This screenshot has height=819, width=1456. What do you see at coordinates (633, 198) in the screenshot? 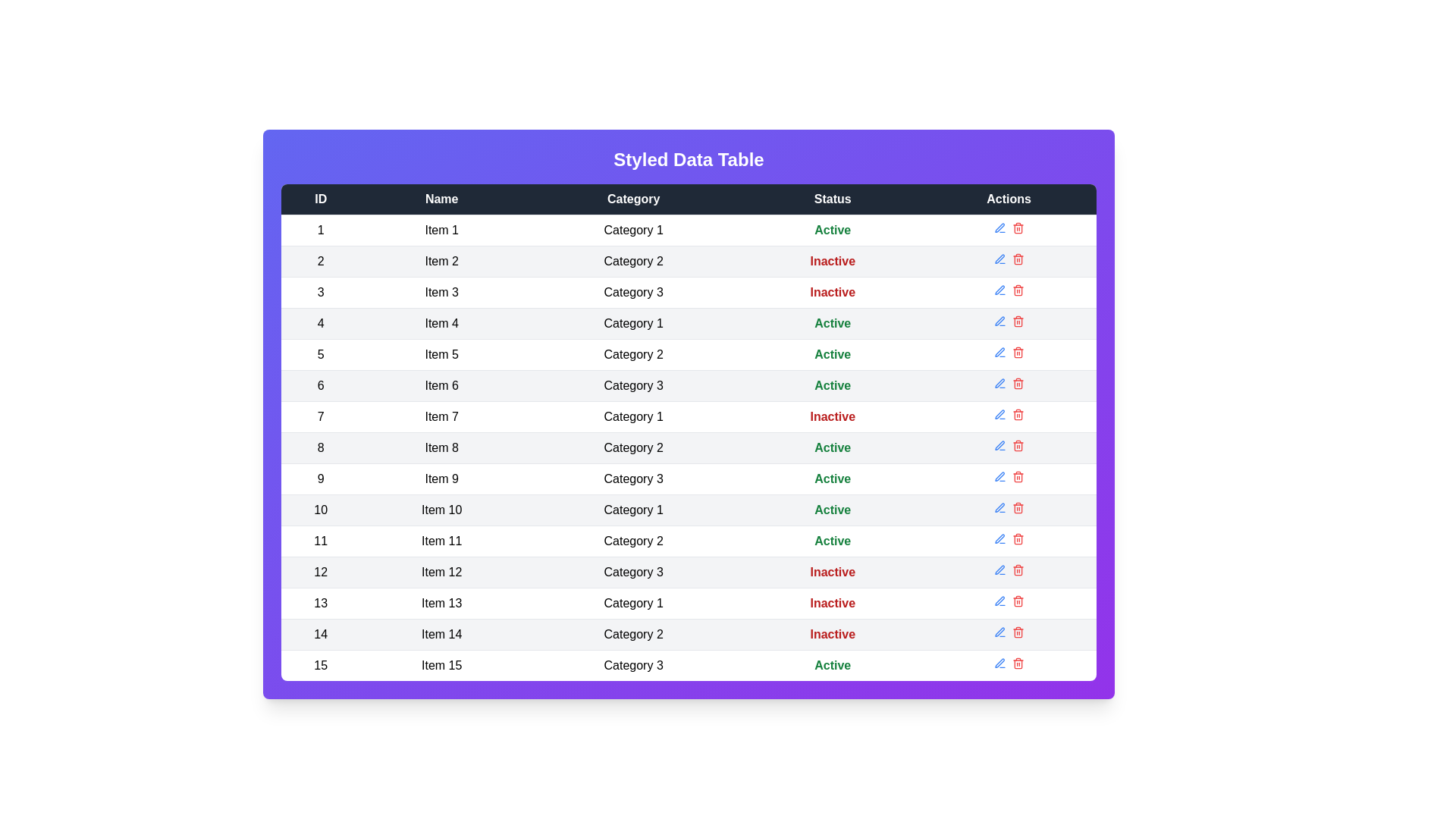
I see `the column header Category to sort the table by that column` at bounding box center [633, 198].